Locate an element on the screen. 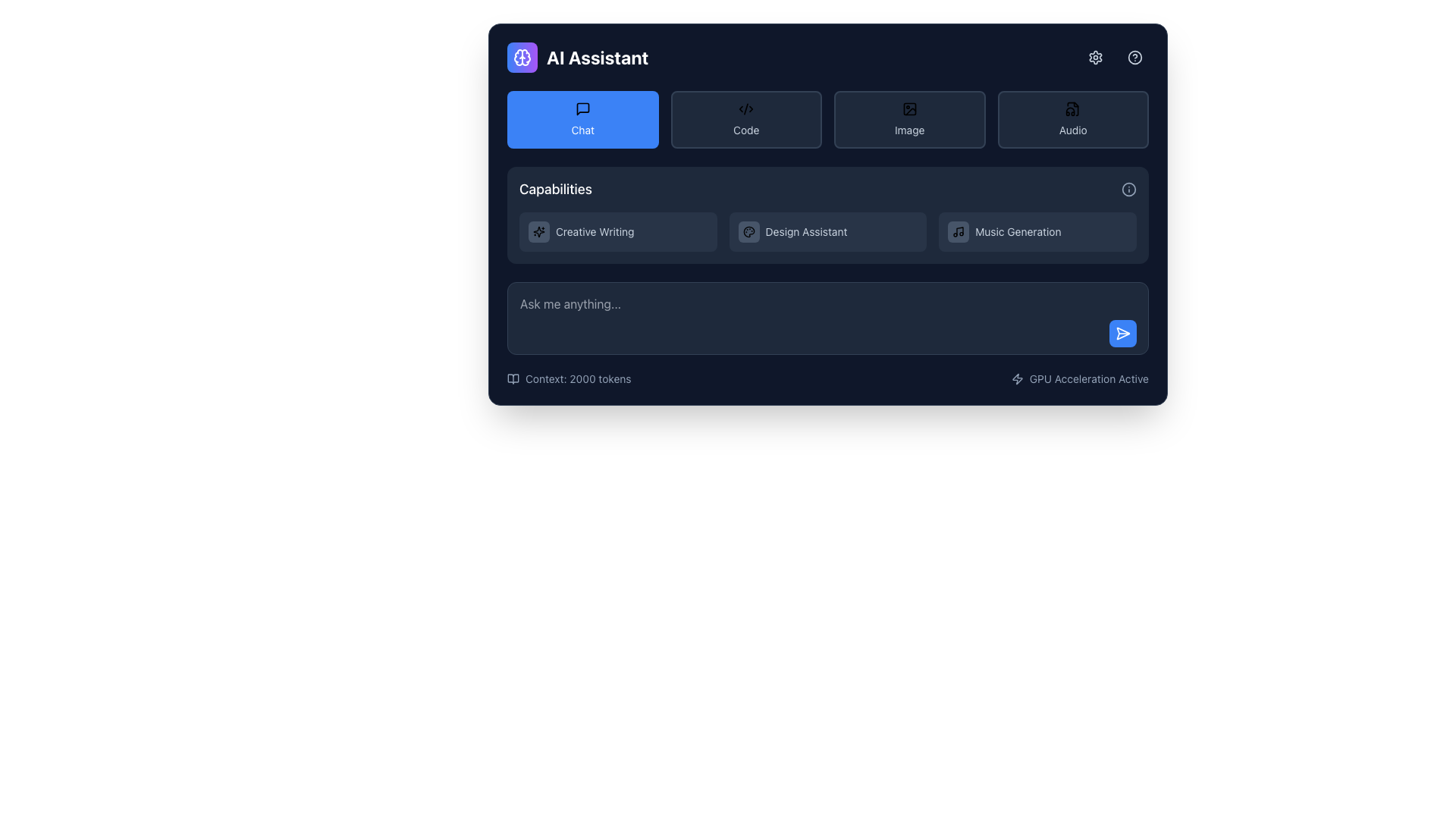  the displayed information of the open book icon located in the lower-left part of the interface, adjacent to the text label 'Context: 2000 tokens' is located at coordinates (513, 378).